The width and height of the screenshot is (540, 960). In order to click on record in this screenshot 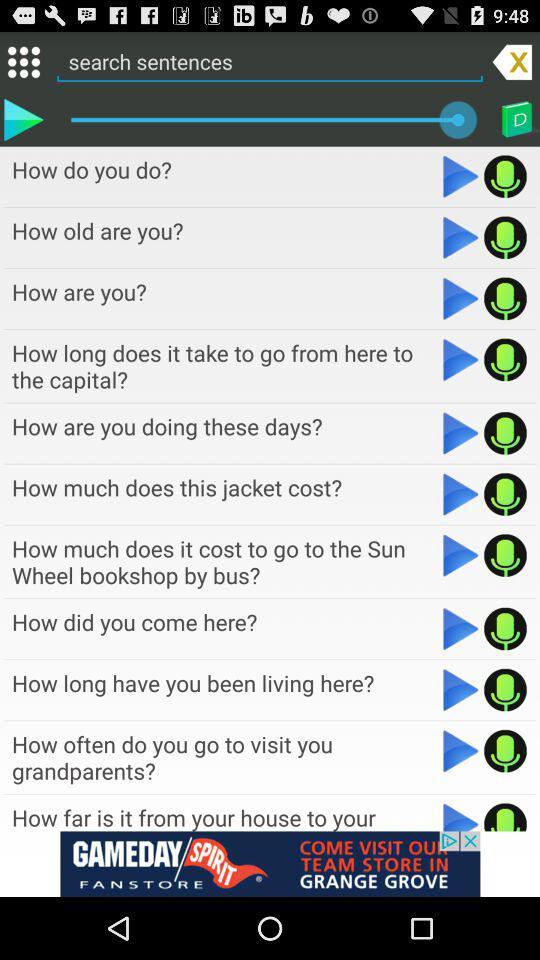, I will do `click(504, 297)`.